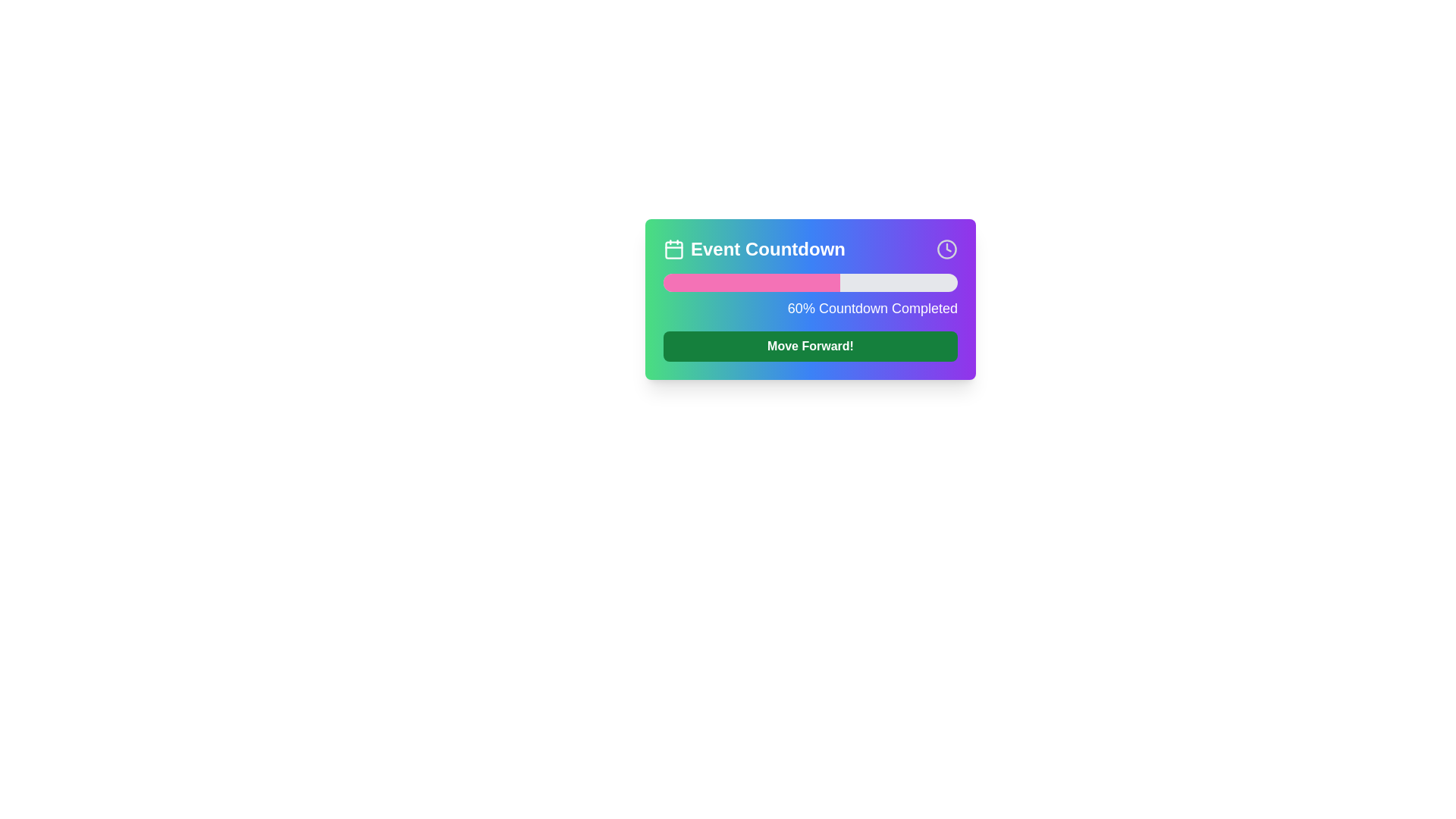 The height and width of the screenshot is (819, 1456). What do you see at coordinates (673, 249) in the screenshot?
I see `the green rectangular calendar icon element located to the left of the 'Event Countdown' text, which has rounded corners and no visible text` at bounding box center [673, 249].